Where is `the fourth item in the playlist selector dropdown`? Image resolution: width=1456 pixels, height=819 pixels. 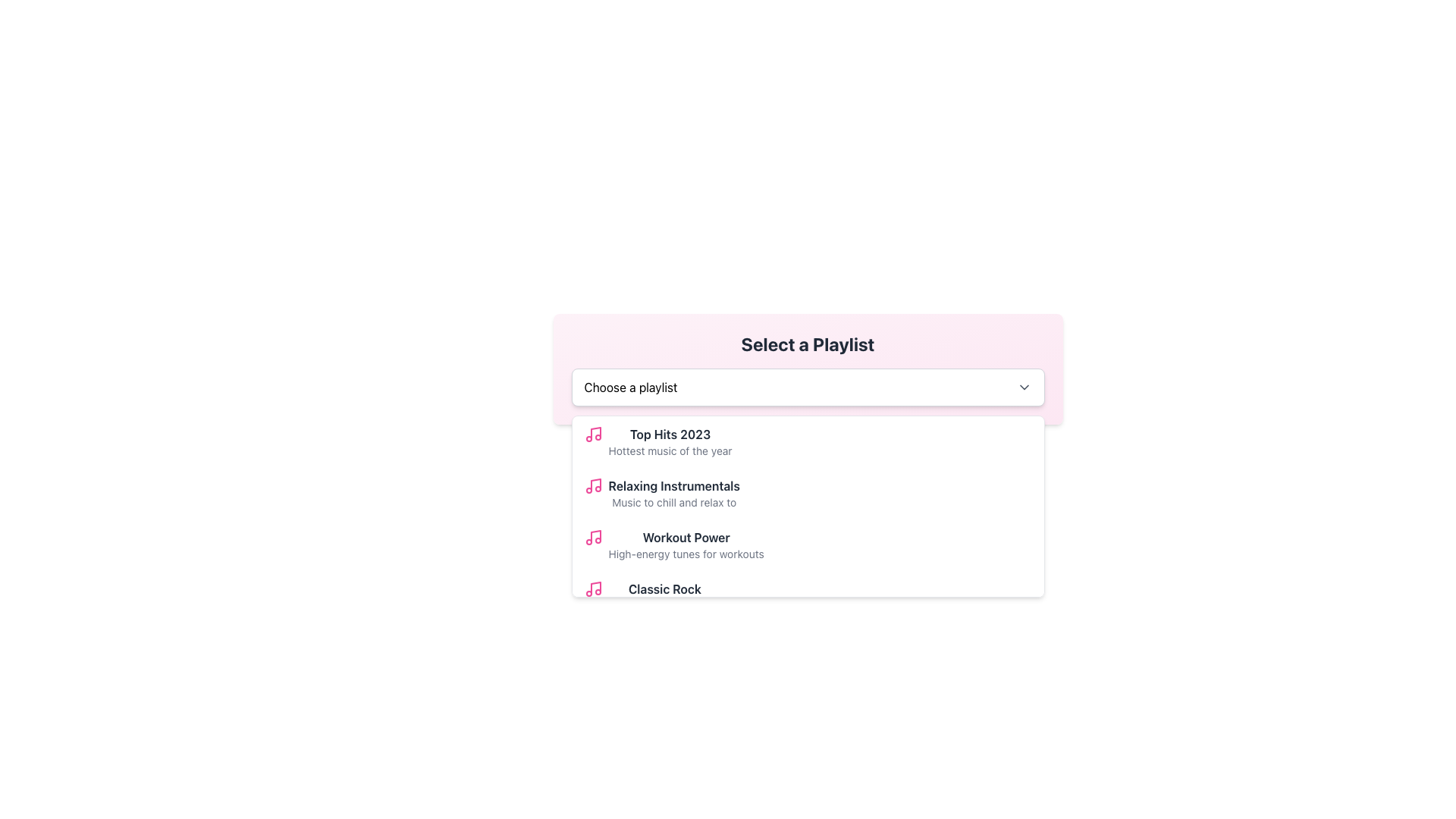 the fourth item in the playlist selector dropdown is located at coordinates (807, 595).